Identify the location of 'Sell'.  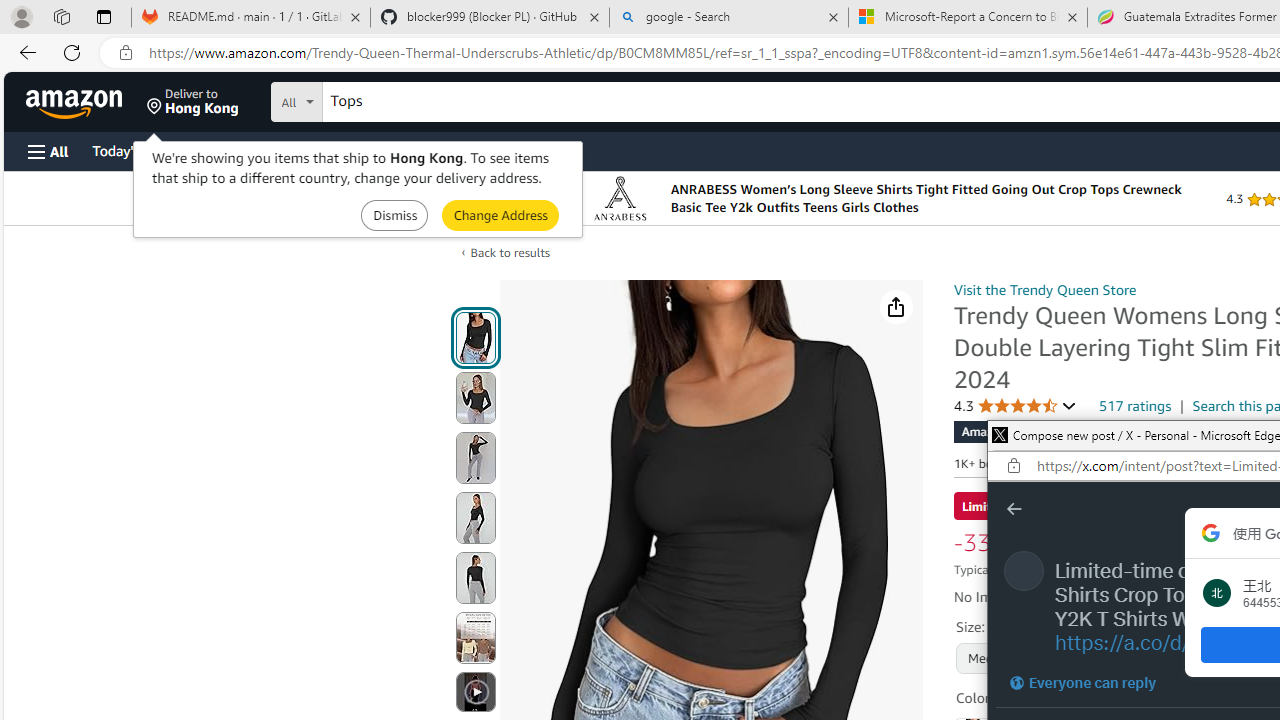
(510, 149).